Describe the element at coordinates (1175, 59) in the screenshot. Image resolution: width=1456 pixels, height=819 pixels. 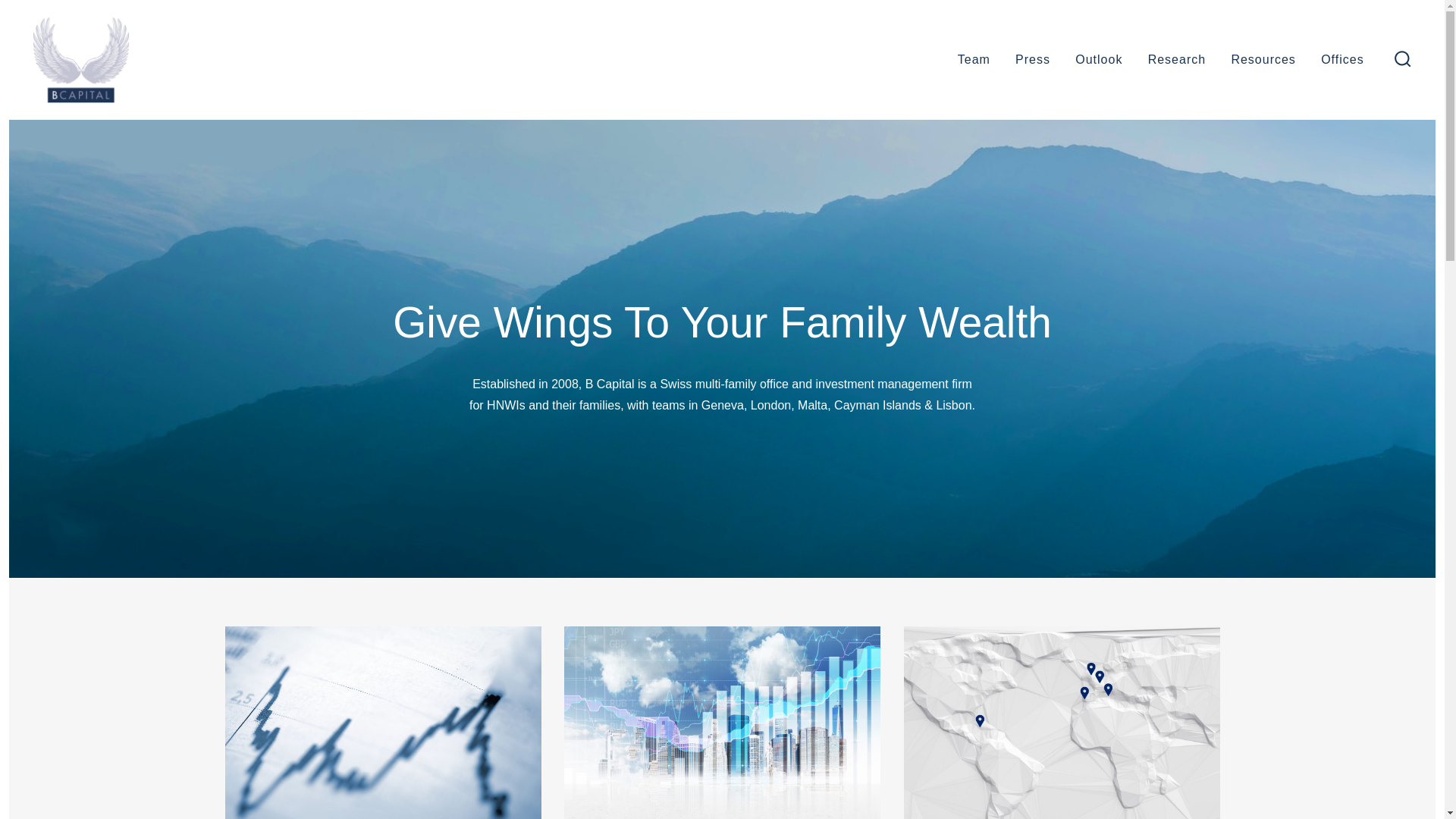
I see `'Research'` at that location.